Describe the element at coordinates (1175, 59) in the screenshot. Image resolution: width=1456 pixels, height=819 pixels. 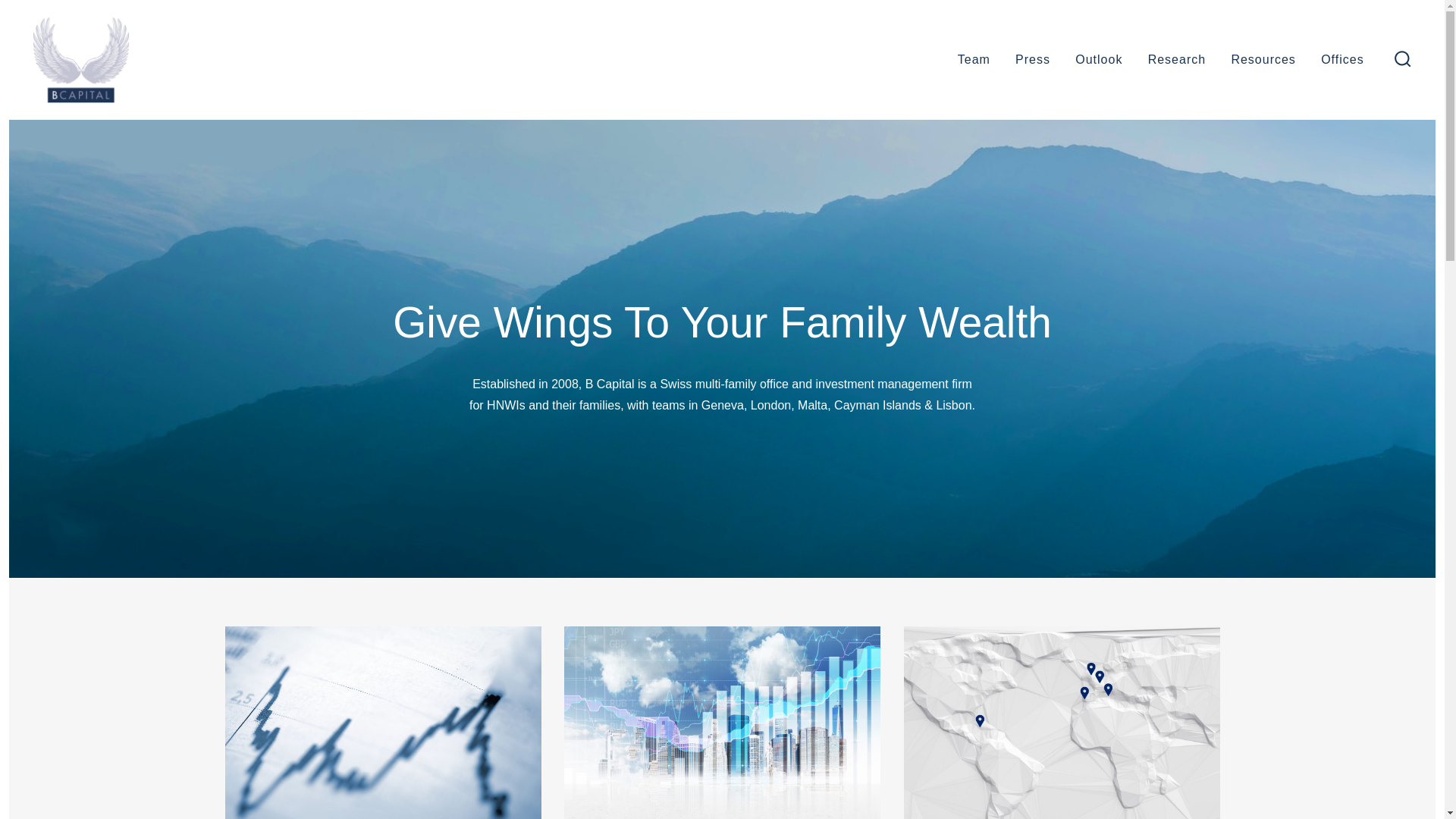
I see `'Research'` at that location.